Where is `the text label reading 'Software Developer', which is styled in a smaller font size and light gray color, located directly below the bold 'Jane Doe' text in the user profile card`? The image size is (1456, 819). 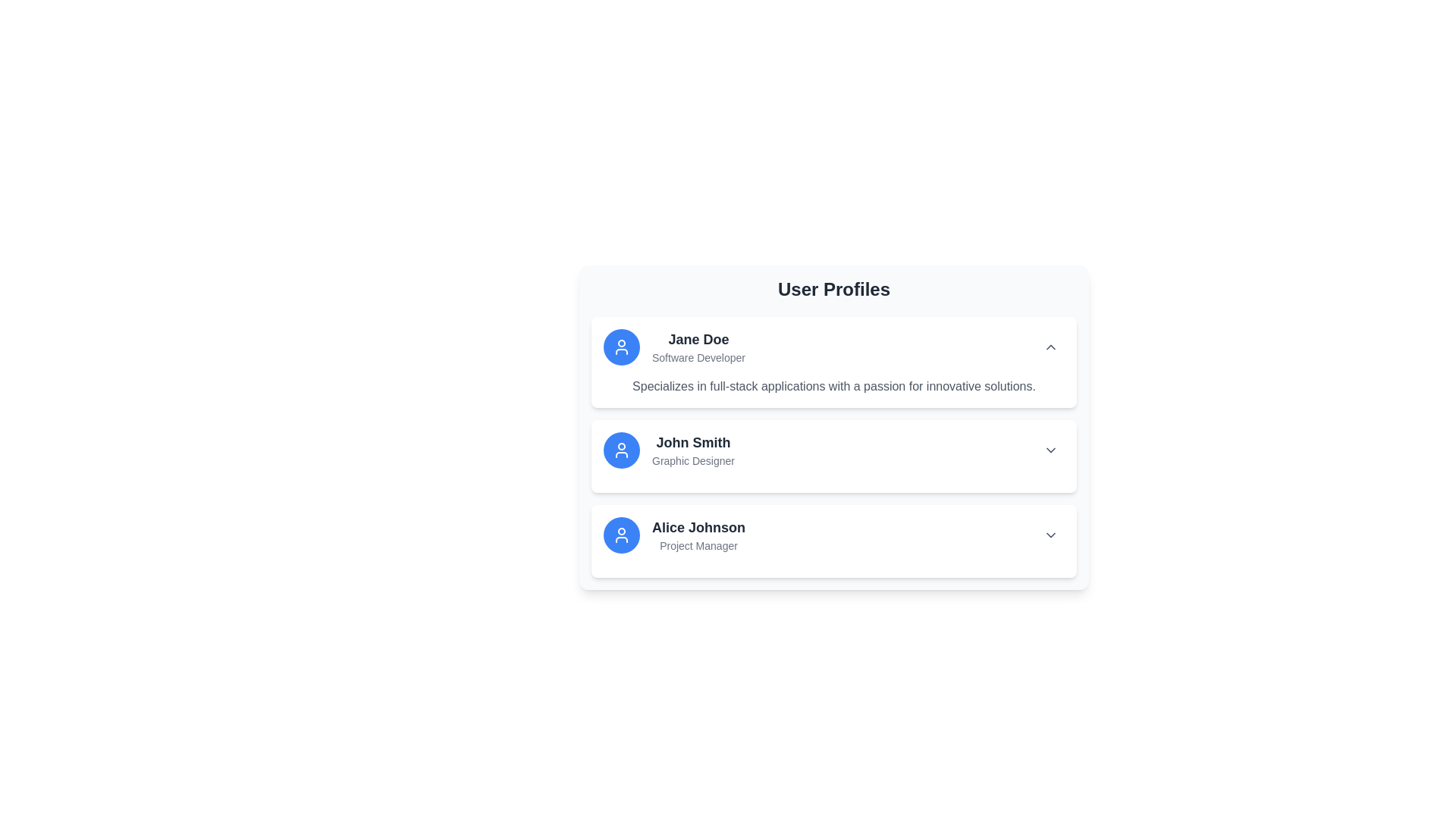
the text label reading 'Software Developer', which is styled in a smaller font size and light gray color, located directly below the bold 'Jane Doe' text in the user profile card is located at coordinates (698, 357).